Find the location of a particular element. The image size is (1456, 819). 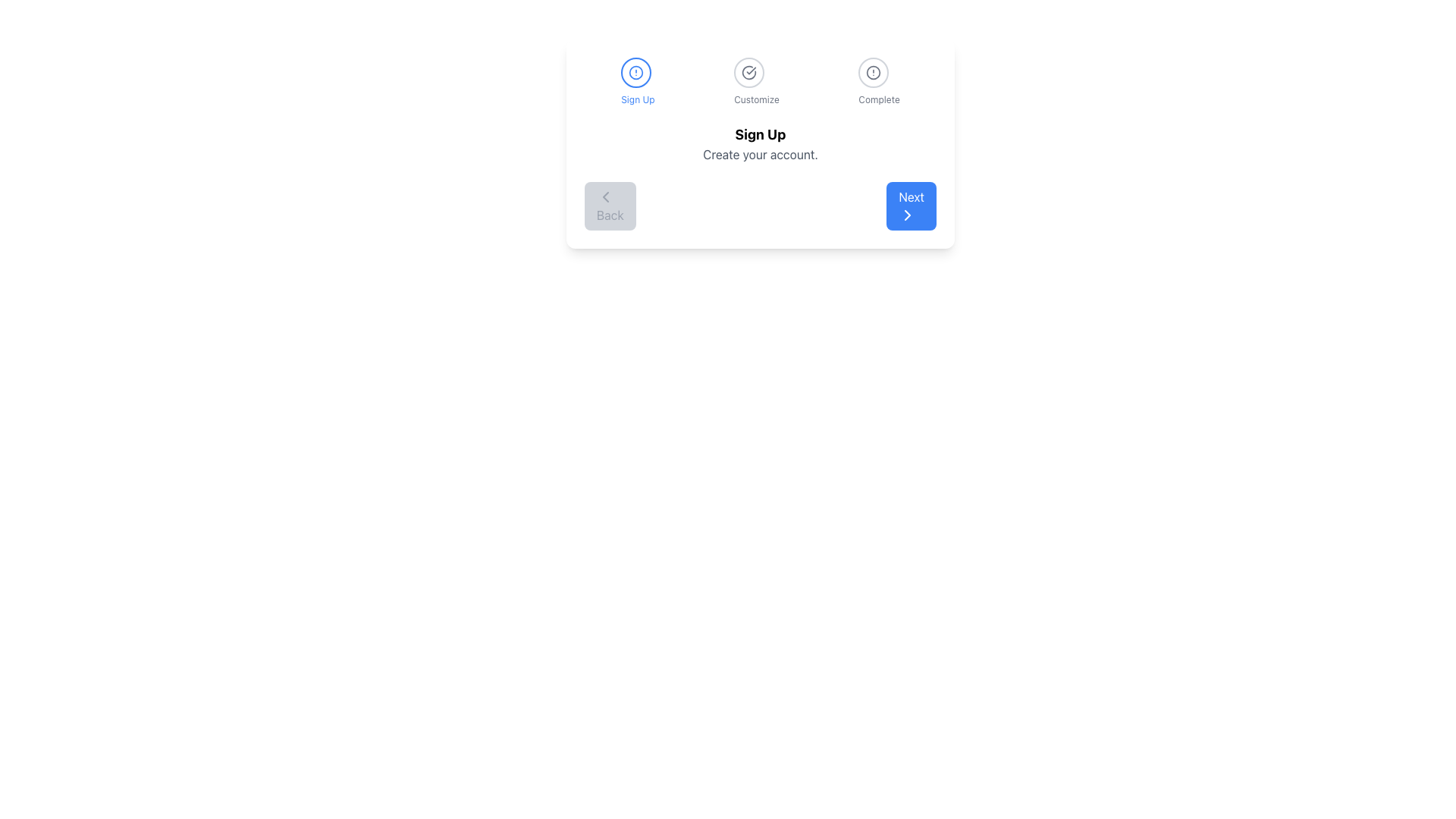

the static text block that displays the heading 'Sign Up' and the subtitle 'Create your account', which is centrally located within a white card layout is located at coordinates (761, 143).